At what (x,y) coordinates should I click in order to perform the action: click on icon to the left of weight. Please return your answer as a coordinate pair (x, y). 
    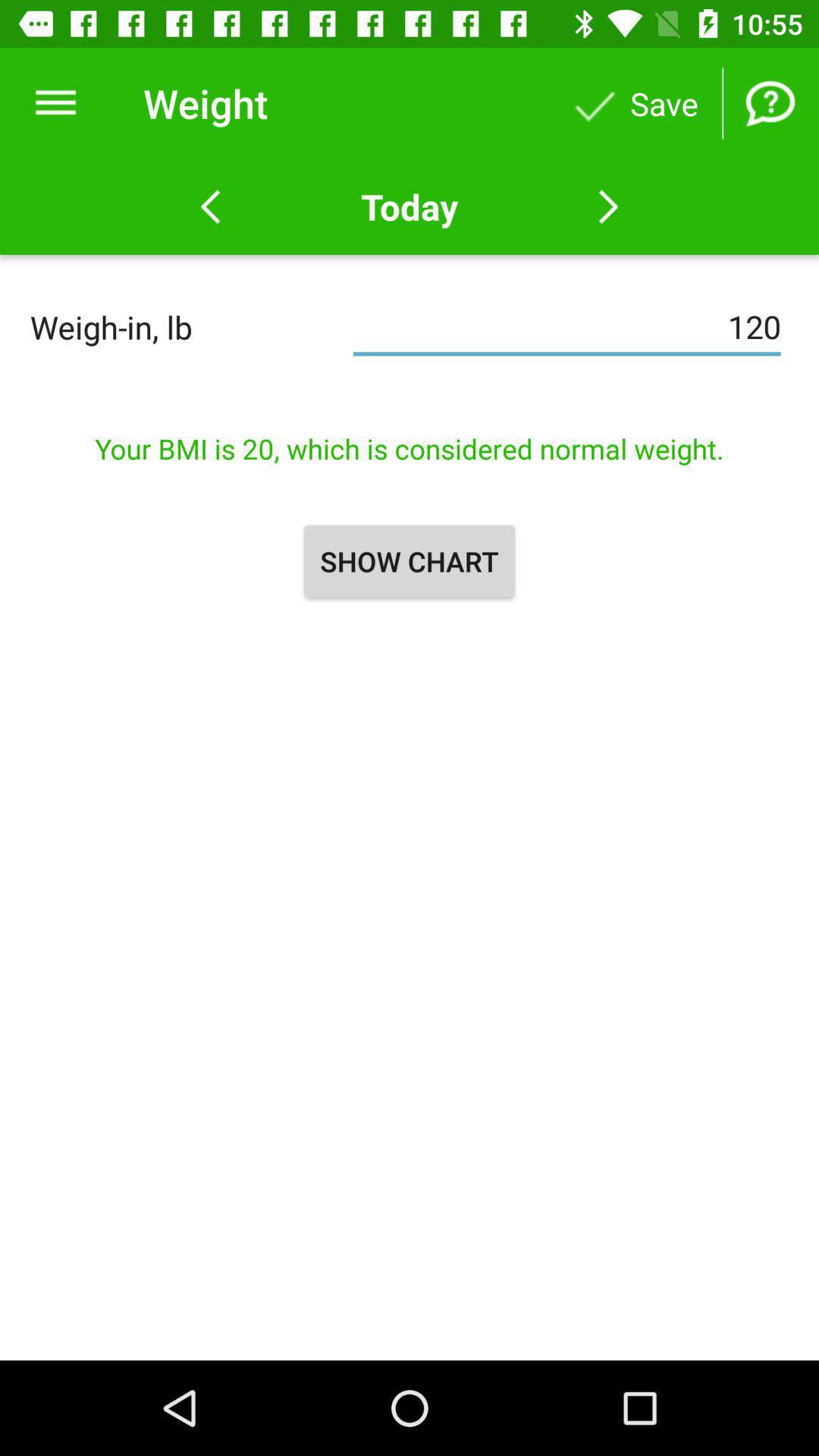
    Looking at the image, I should click on (55, 102).